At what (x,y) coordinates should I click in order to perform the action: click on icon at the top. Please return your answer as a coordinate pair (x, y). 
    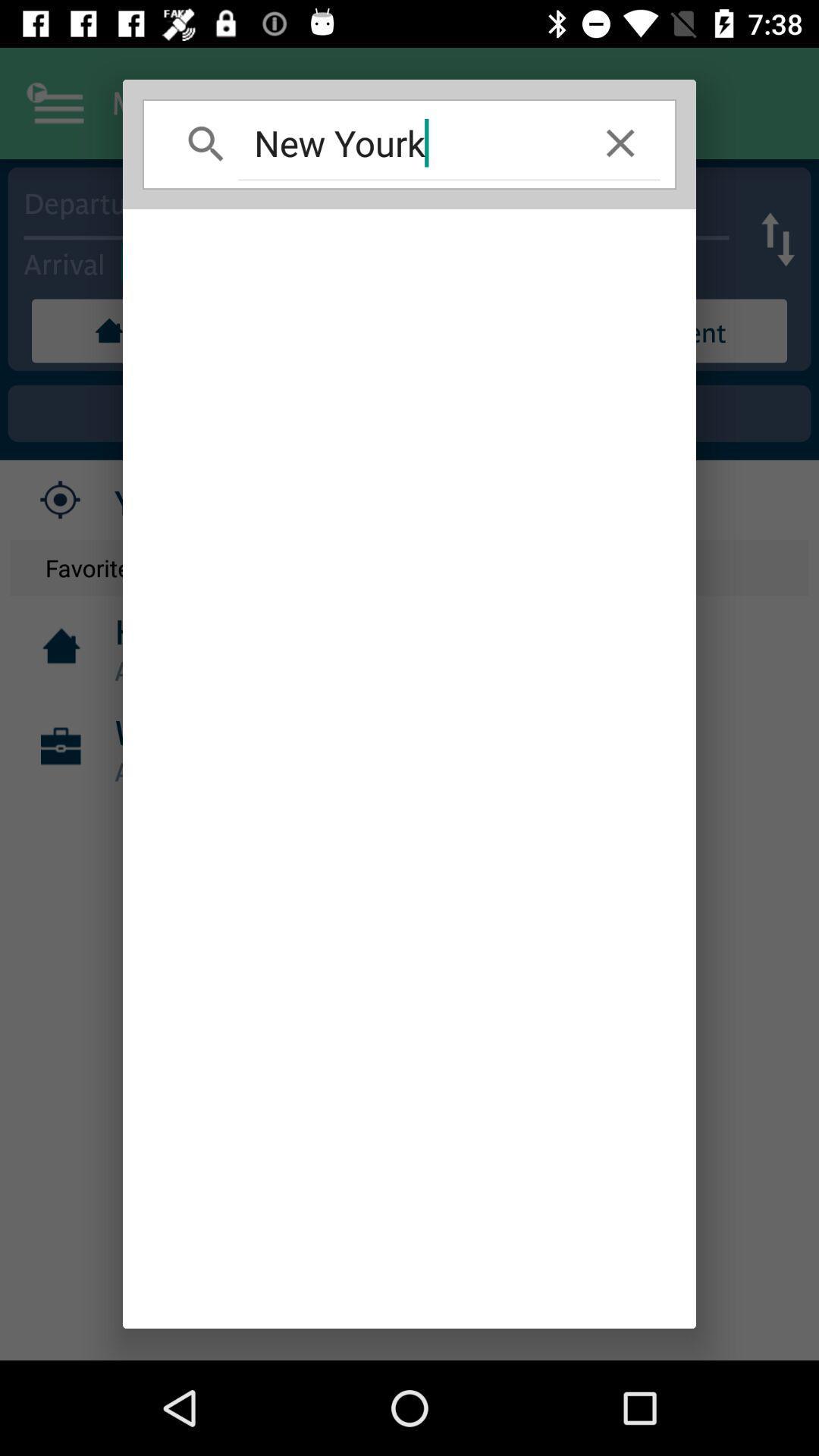
    Looking at the image, I should click on (409, 143).